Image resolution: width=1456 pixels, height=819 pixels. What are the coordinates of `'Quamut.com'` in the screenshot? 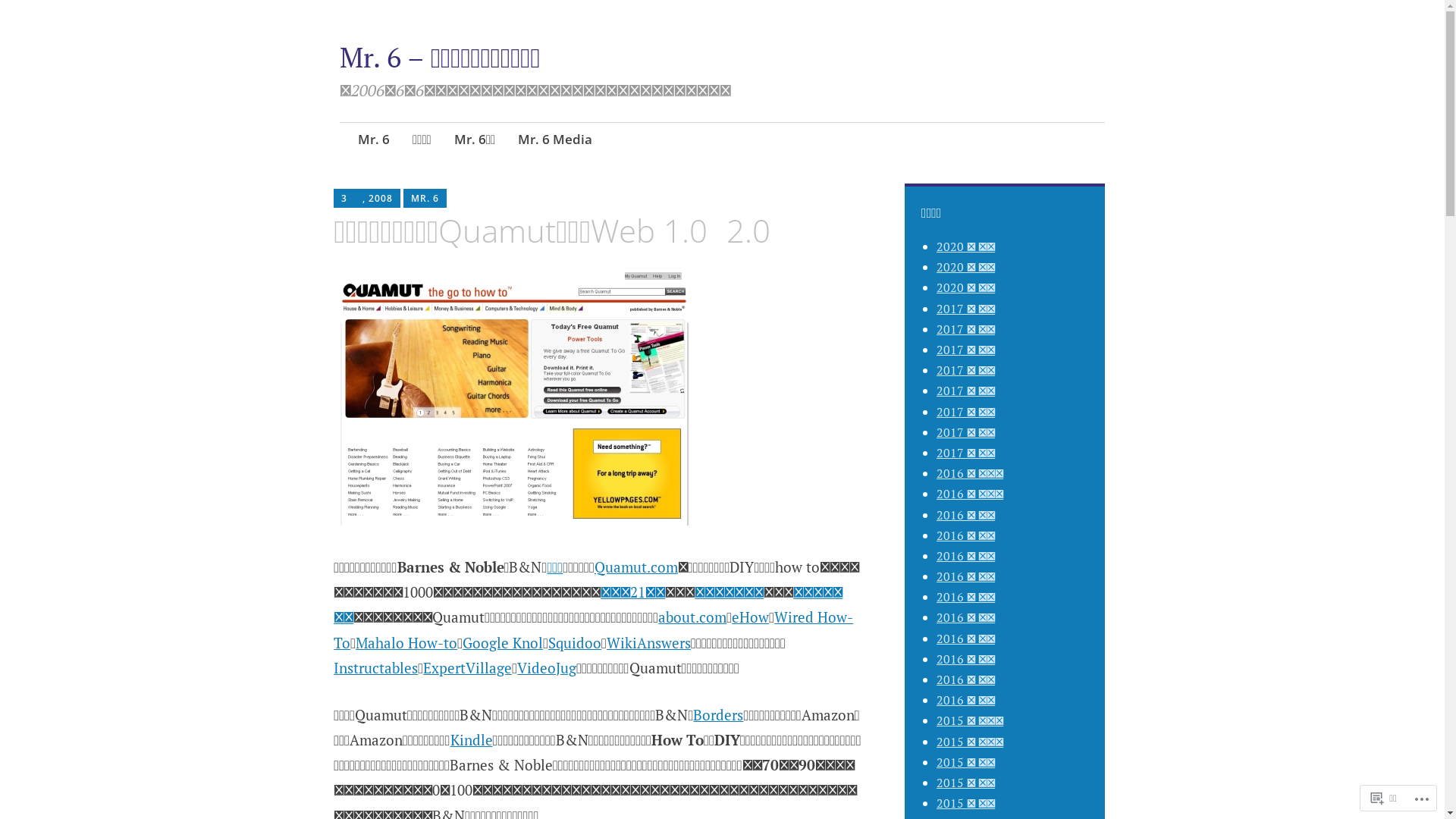 It's located at (636, 566).